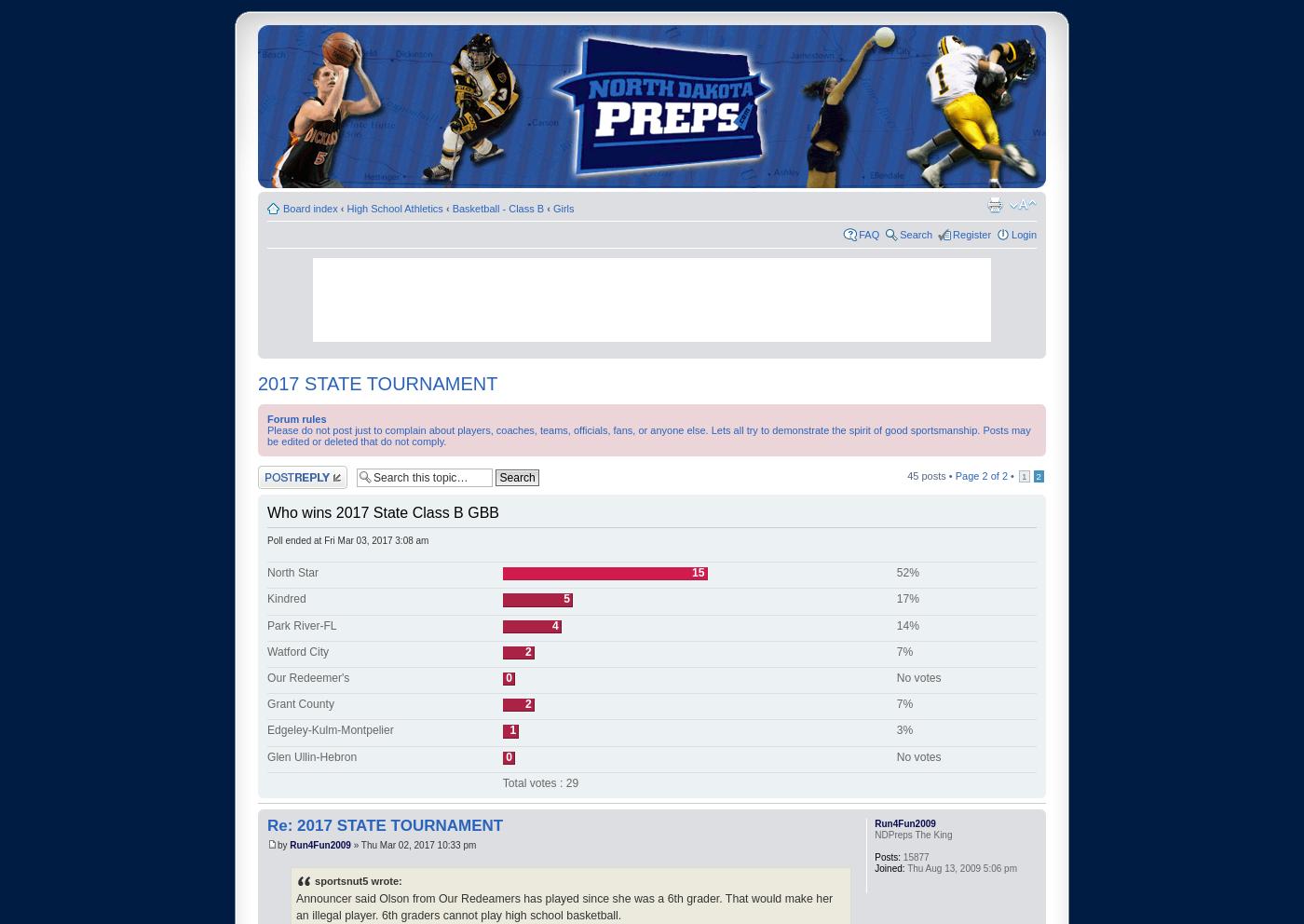 The image size is (1304, 924). What do you see at coordinates (346, 208) in the screenshot?
I see `'High School Athletics'` at bounding box center [346, 208].